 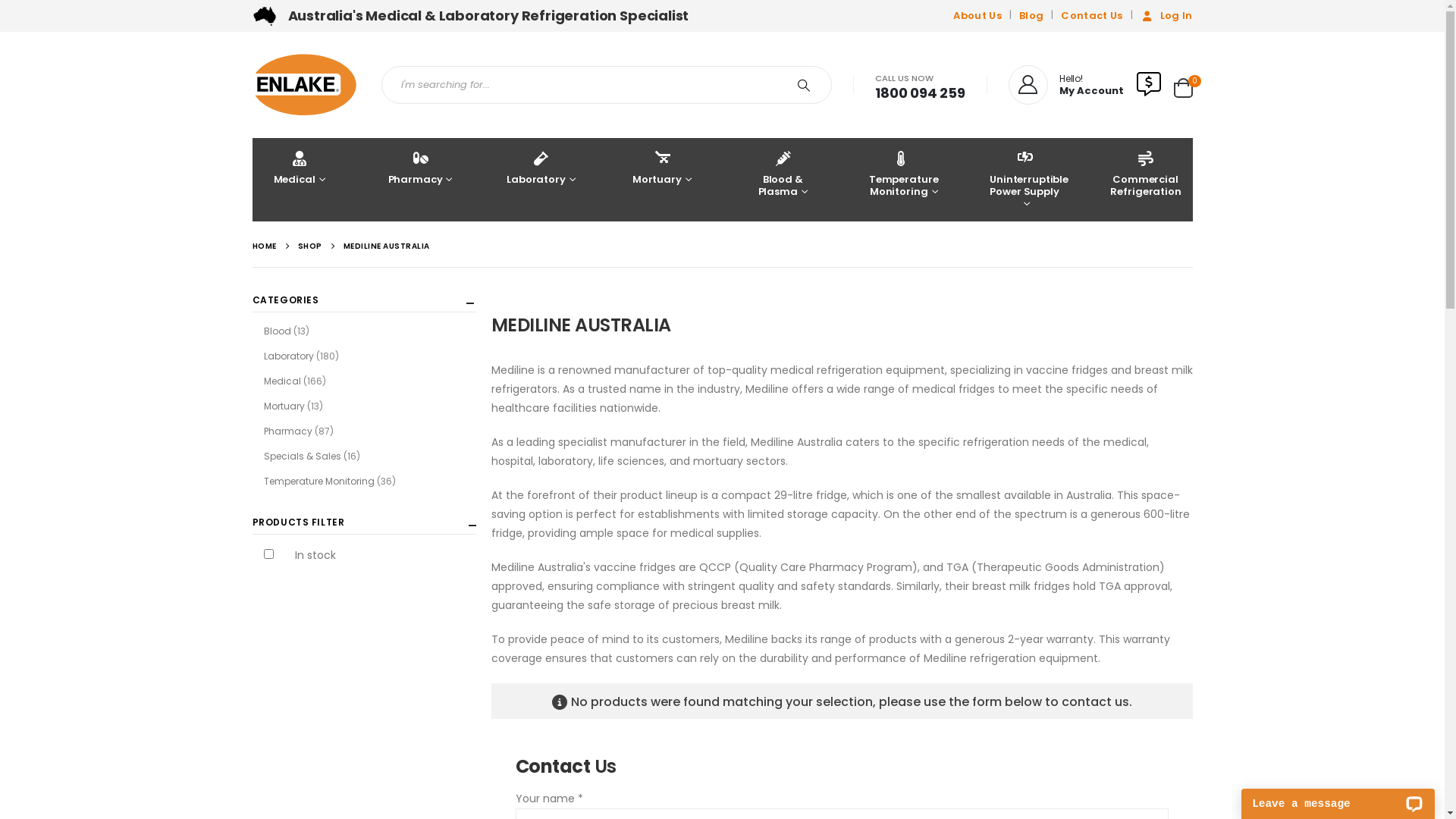 I want to click on 'About Us', so click(x=952, y=15).